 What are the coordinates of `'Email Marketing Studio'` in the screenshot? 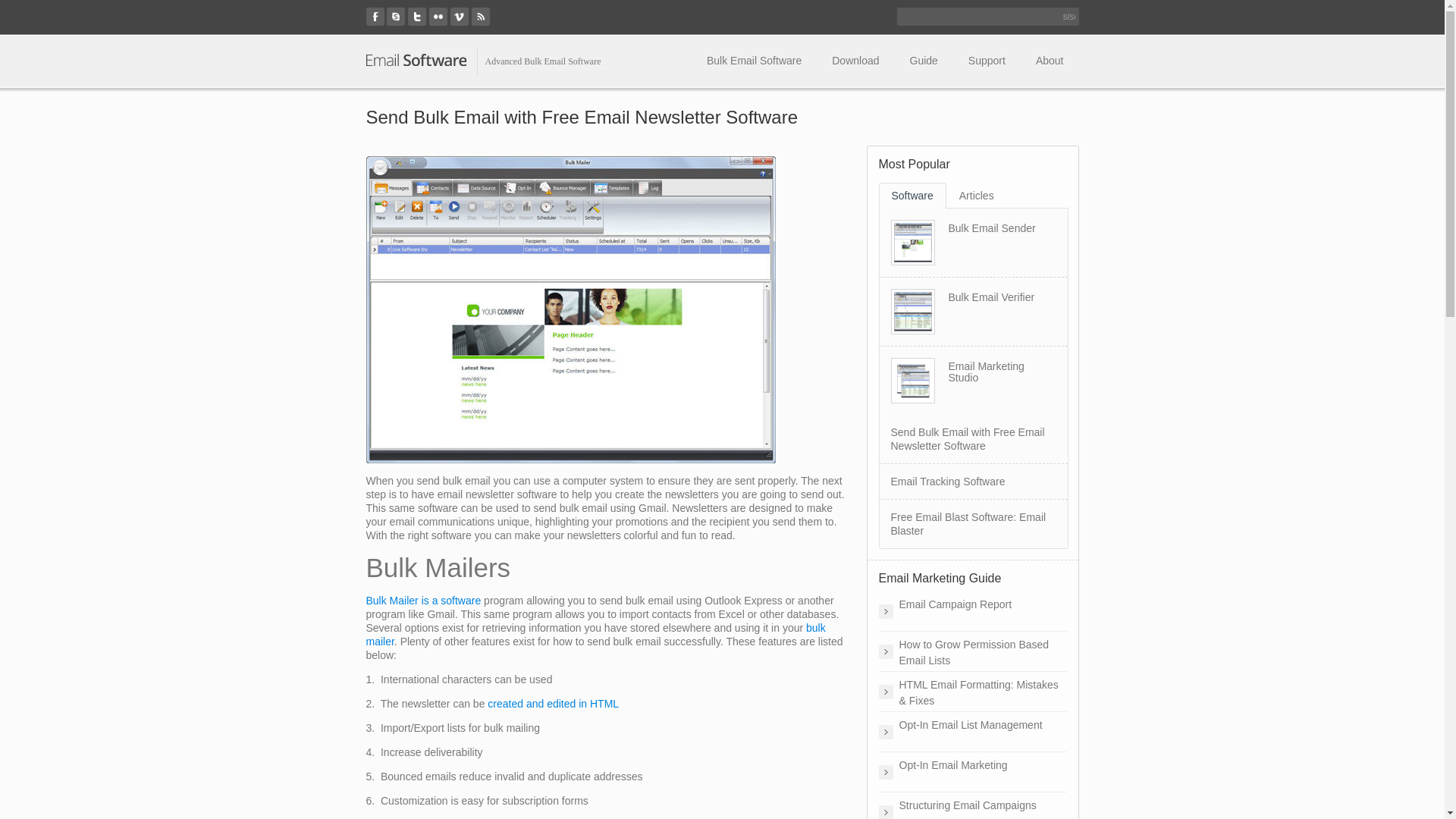 It's located at (986, 372).